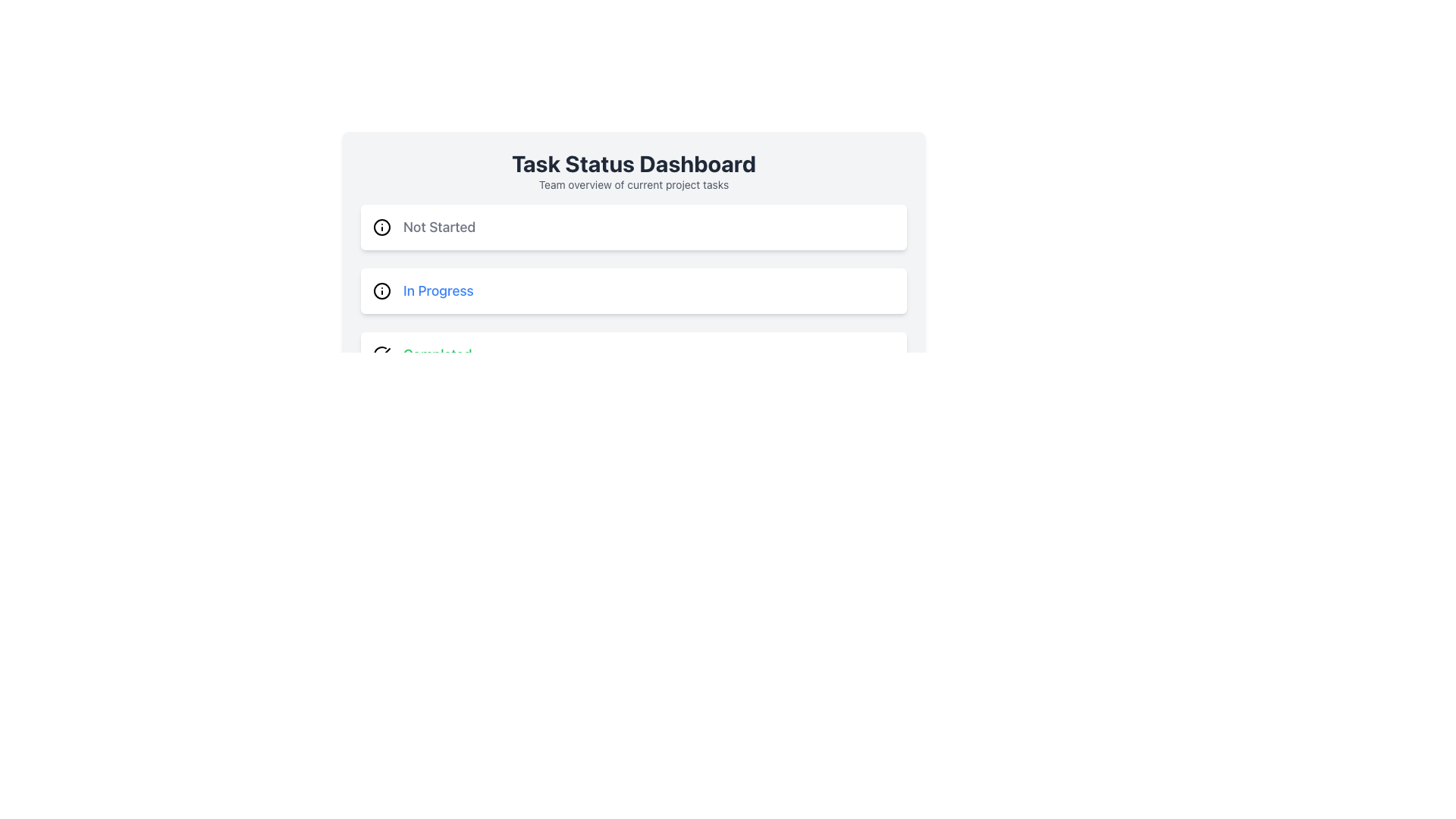 This screenshot has height=819, width=1456. What do you see at coordinates (633, 184) in the screenshot?
I see `the text label that displays 'Team overview of current project tasks', which is styled in gray and located directly below the main title 'Task Status Dashboard'` at bounding box center [633, 184].